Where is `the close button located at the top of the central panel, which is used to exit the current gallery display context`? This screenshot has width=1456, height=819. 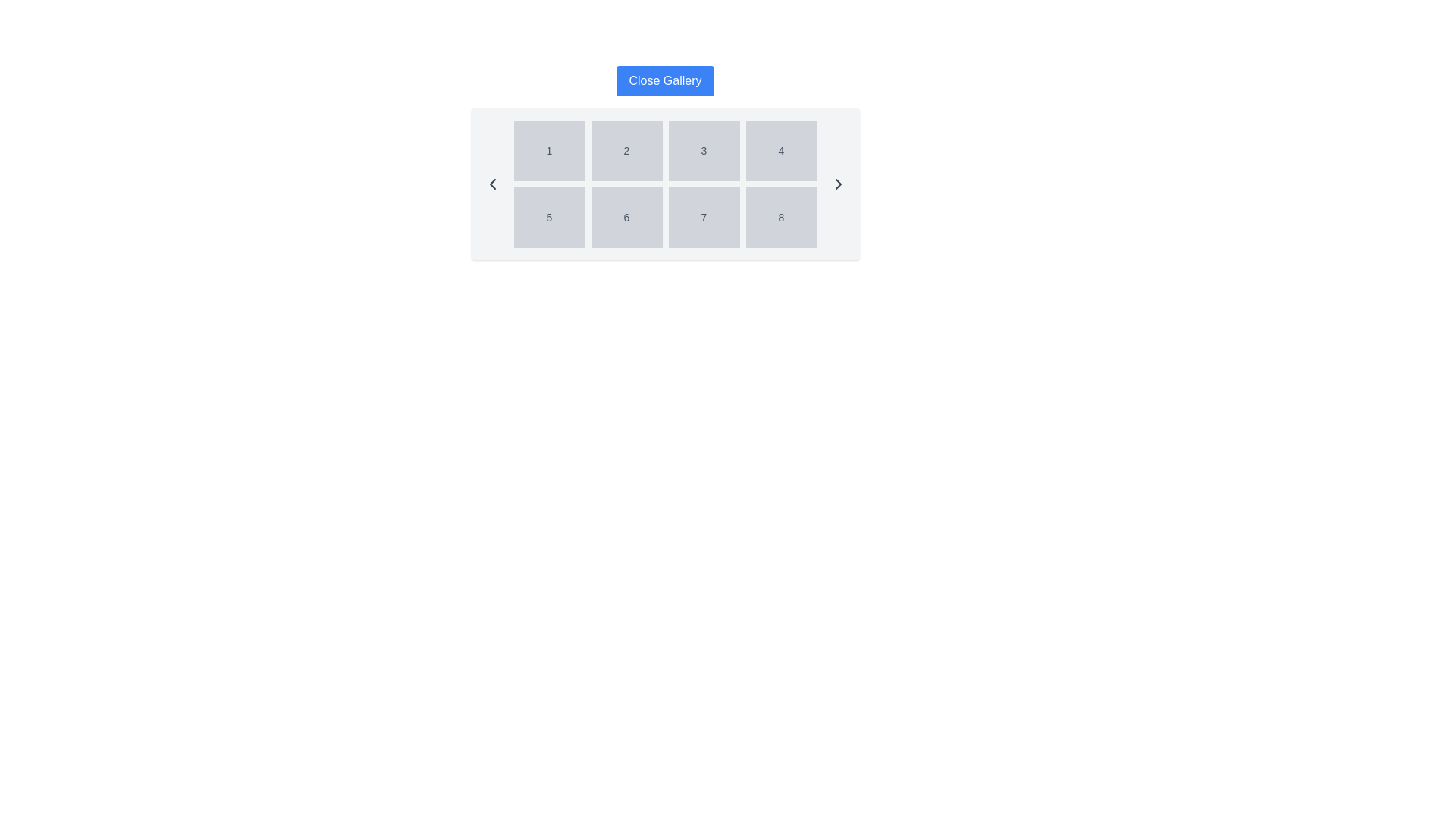 the close button located at the top of the central panel, which is used to exit the current gallery display context is located at coordinates (665, 81).